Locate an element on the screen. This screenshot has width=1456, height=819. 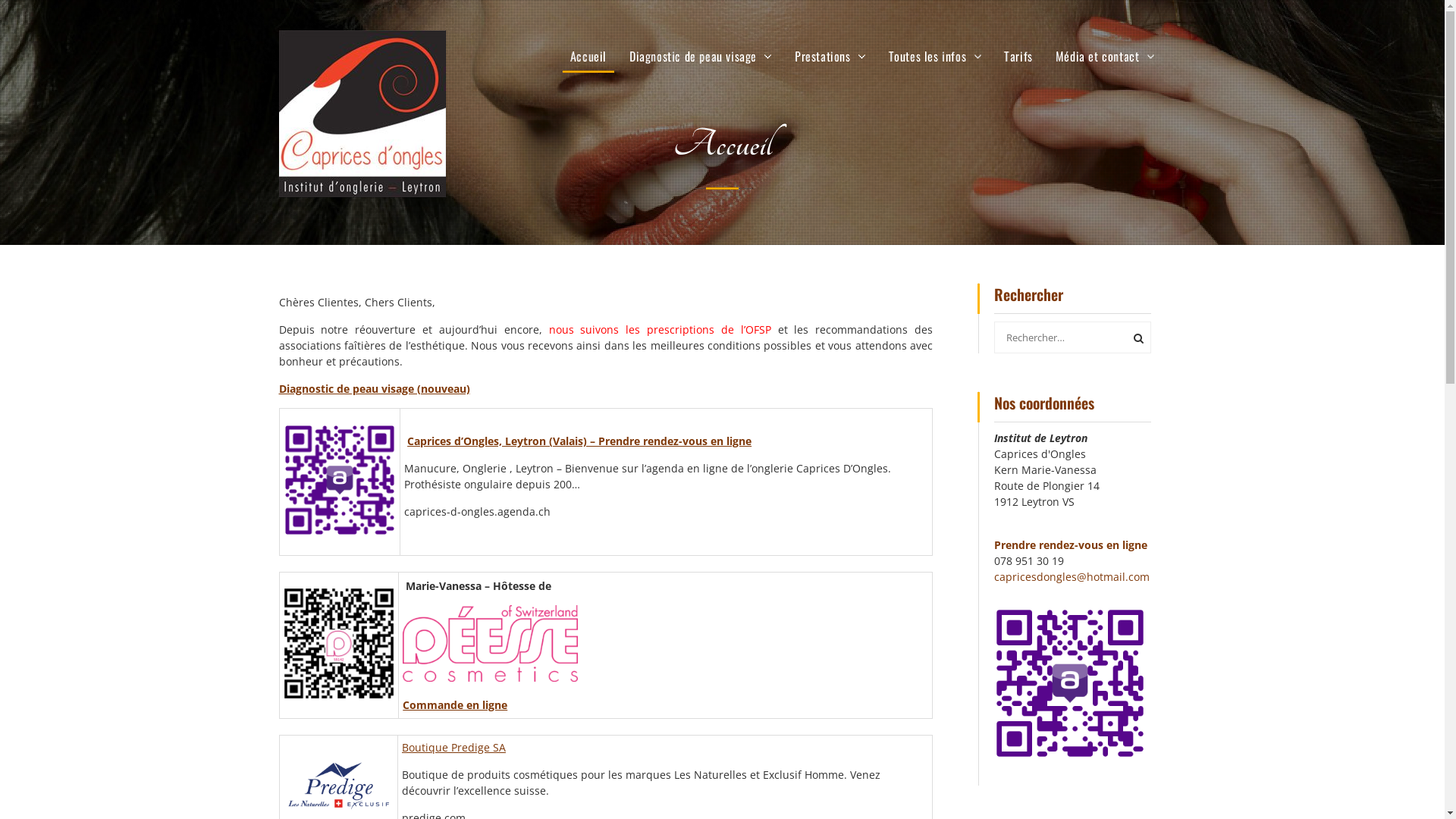
'Diagnostic de peau visage' is located at coordinates (699, 55).